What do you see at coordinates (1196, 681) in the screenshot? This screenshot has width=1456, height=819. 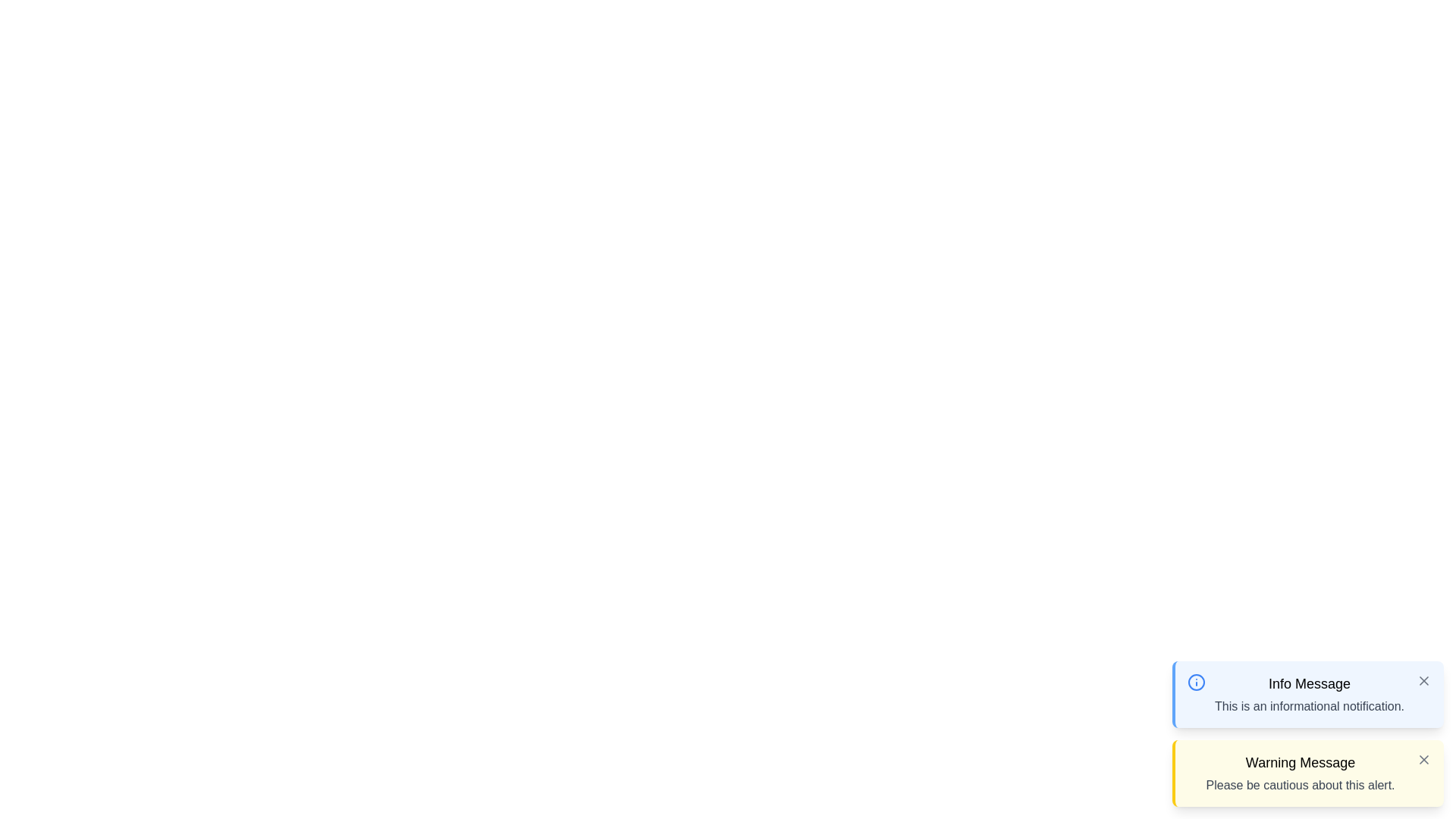 I see `the informational icon located to the left of the 'Info Message' text in the upper notification area of the interface` at bounding box center [1196, 681].